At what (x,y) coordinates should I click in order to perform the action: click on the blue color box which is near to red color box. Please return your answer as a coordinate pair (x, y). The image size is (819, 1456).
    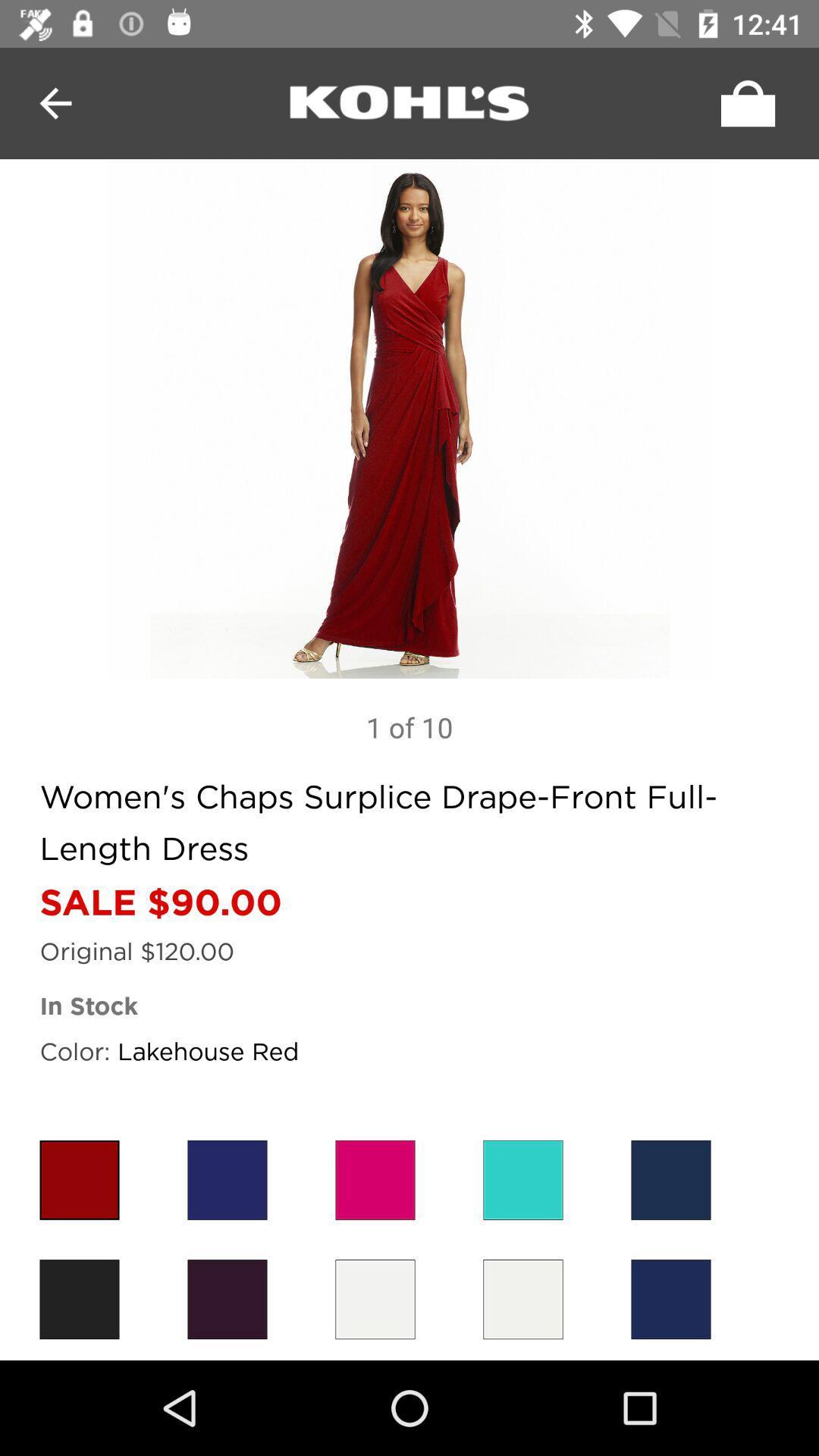
    Looking at the image, I should click on (227, 1179).